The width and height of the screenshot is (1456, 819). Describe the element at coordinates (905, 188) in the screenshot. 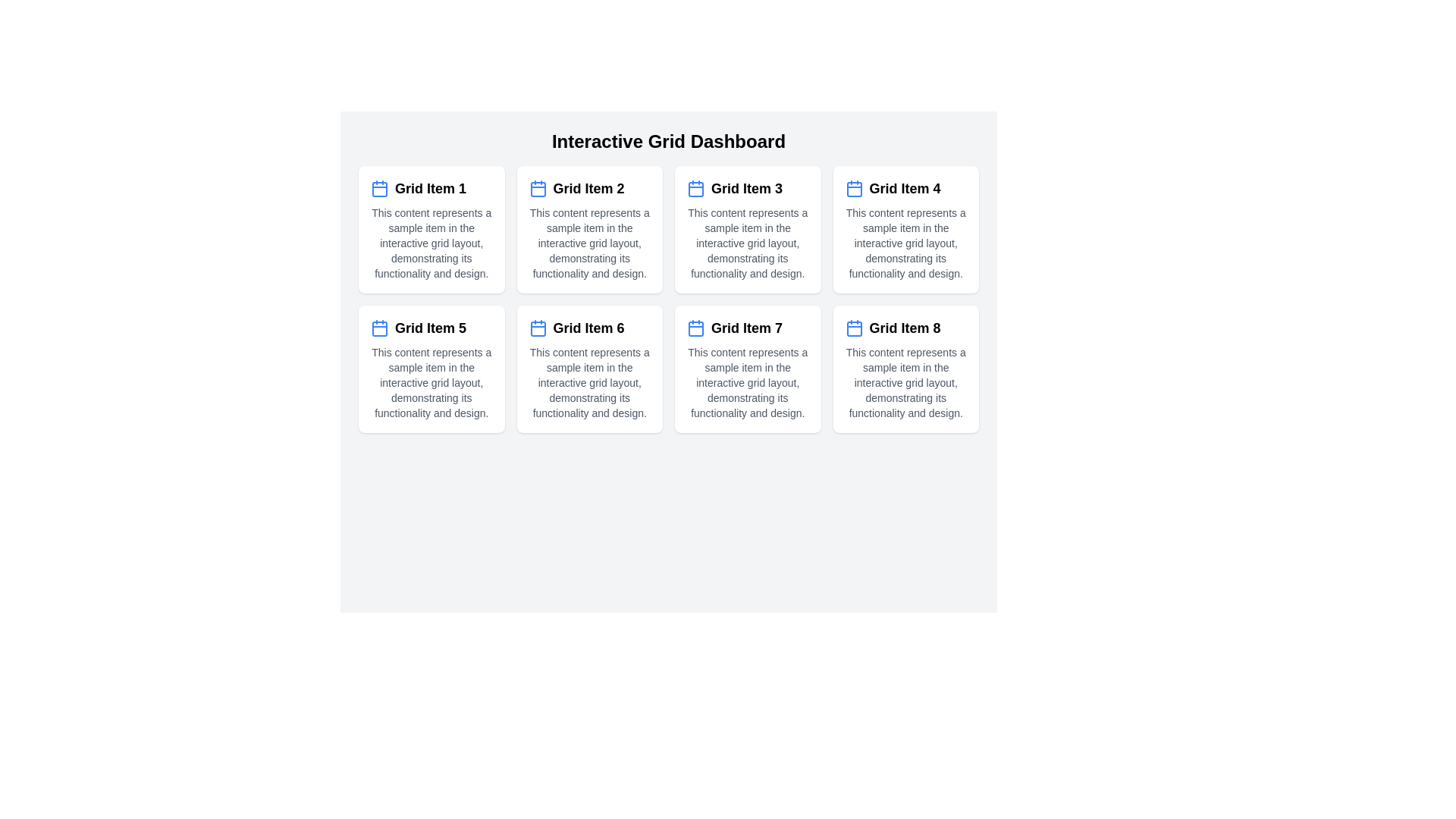

I see `the Text with icon labeled 'Grid Item 4' located in the top-right group of items in the grid layout` at that location.